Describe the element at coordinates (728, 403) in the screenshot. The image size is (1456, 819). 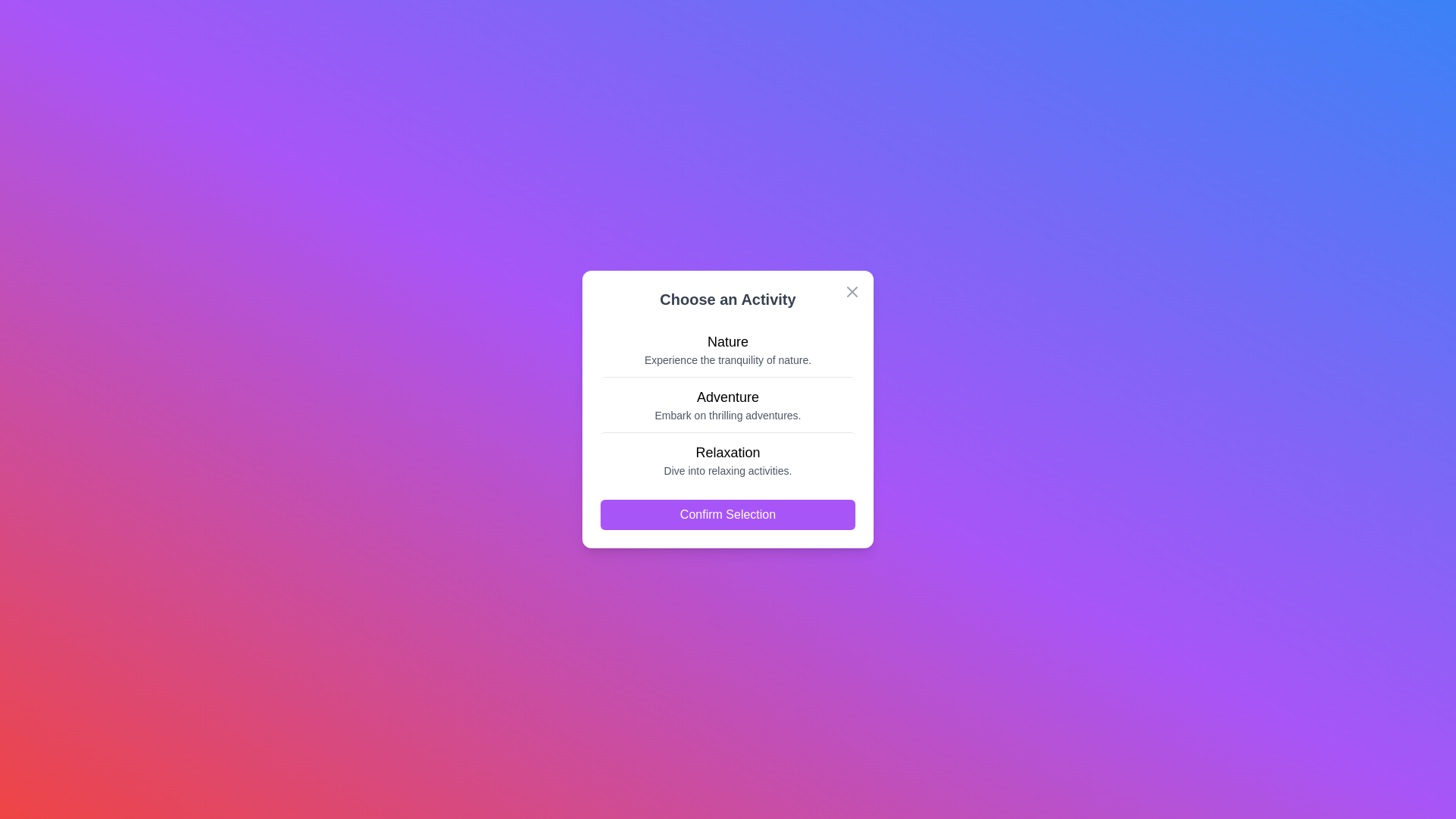
I see `the item Adventure from the list` at that location.